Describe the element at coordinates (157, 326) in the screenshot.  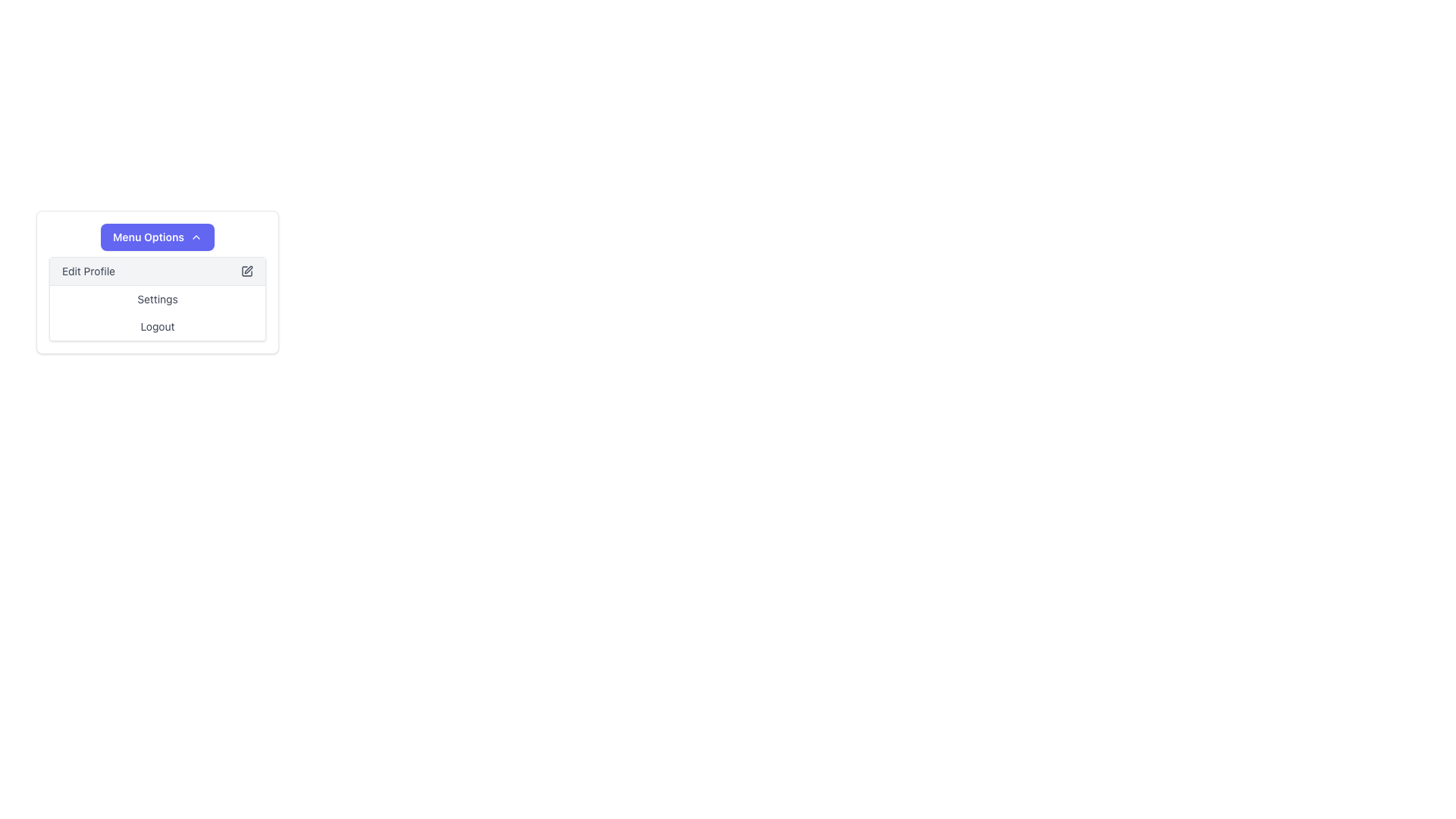
I see `the 'Logout' text-based menu item, which is the third item in the 'Menu Options' section` at that location.